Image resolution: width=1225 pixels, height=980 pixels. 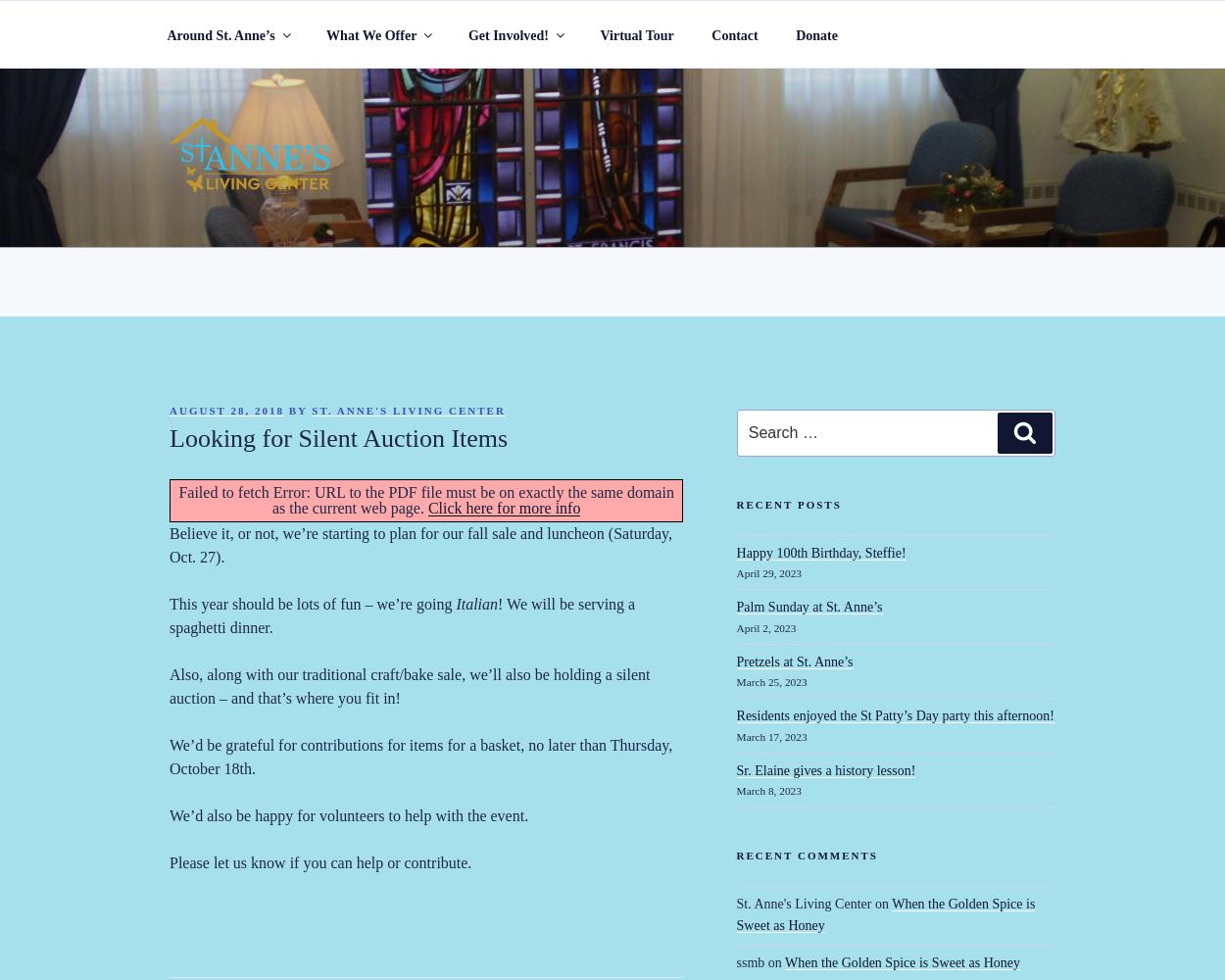 I want to click on 'August 28, 2018', so click(x=225, y=411).